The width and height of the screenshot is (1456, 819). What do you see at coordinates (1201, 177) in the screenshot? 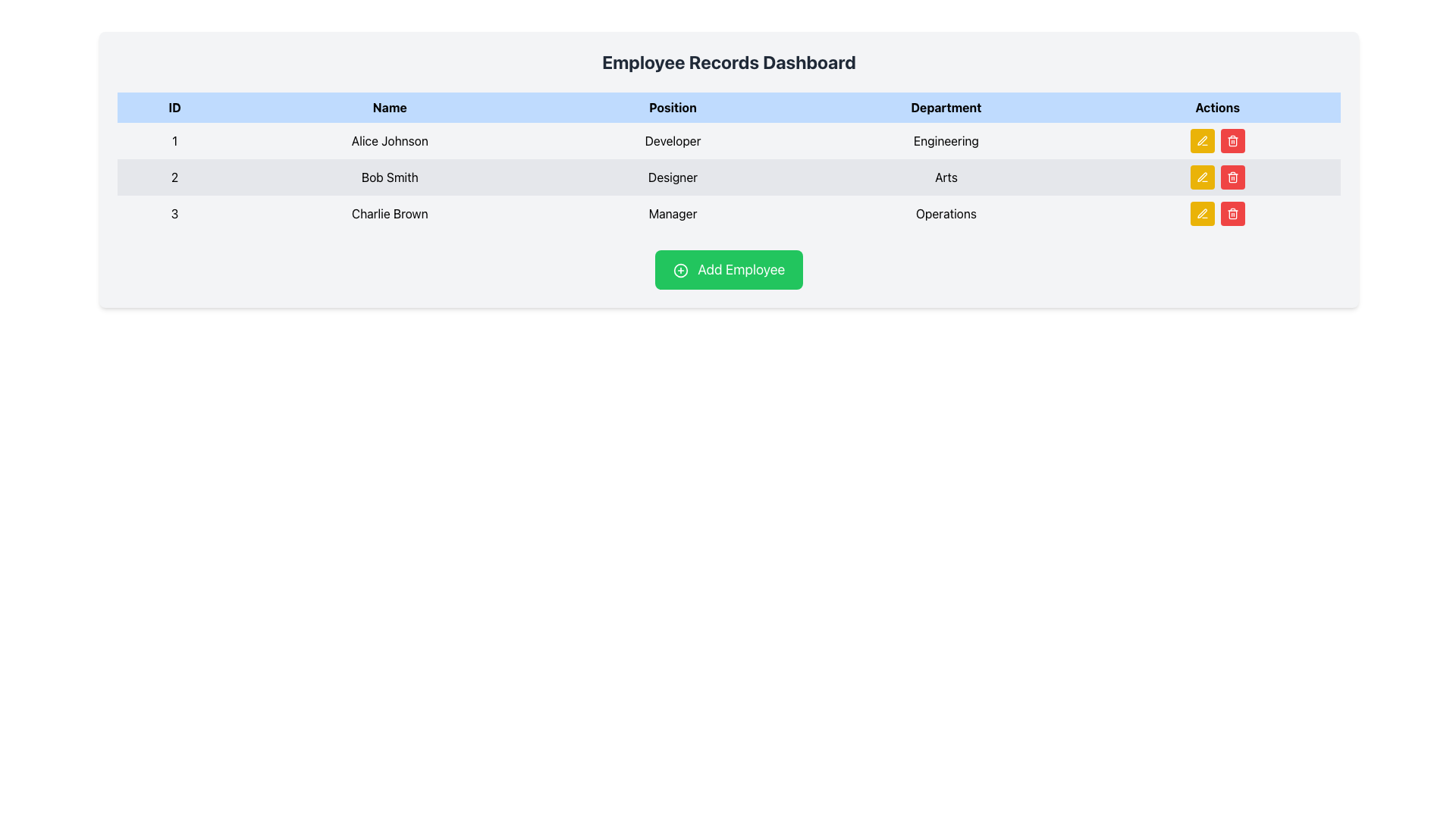
I see `the pen icon within the yellow button located in the Actions column of Bob Smith's row` at bounding box center [1201, 177].